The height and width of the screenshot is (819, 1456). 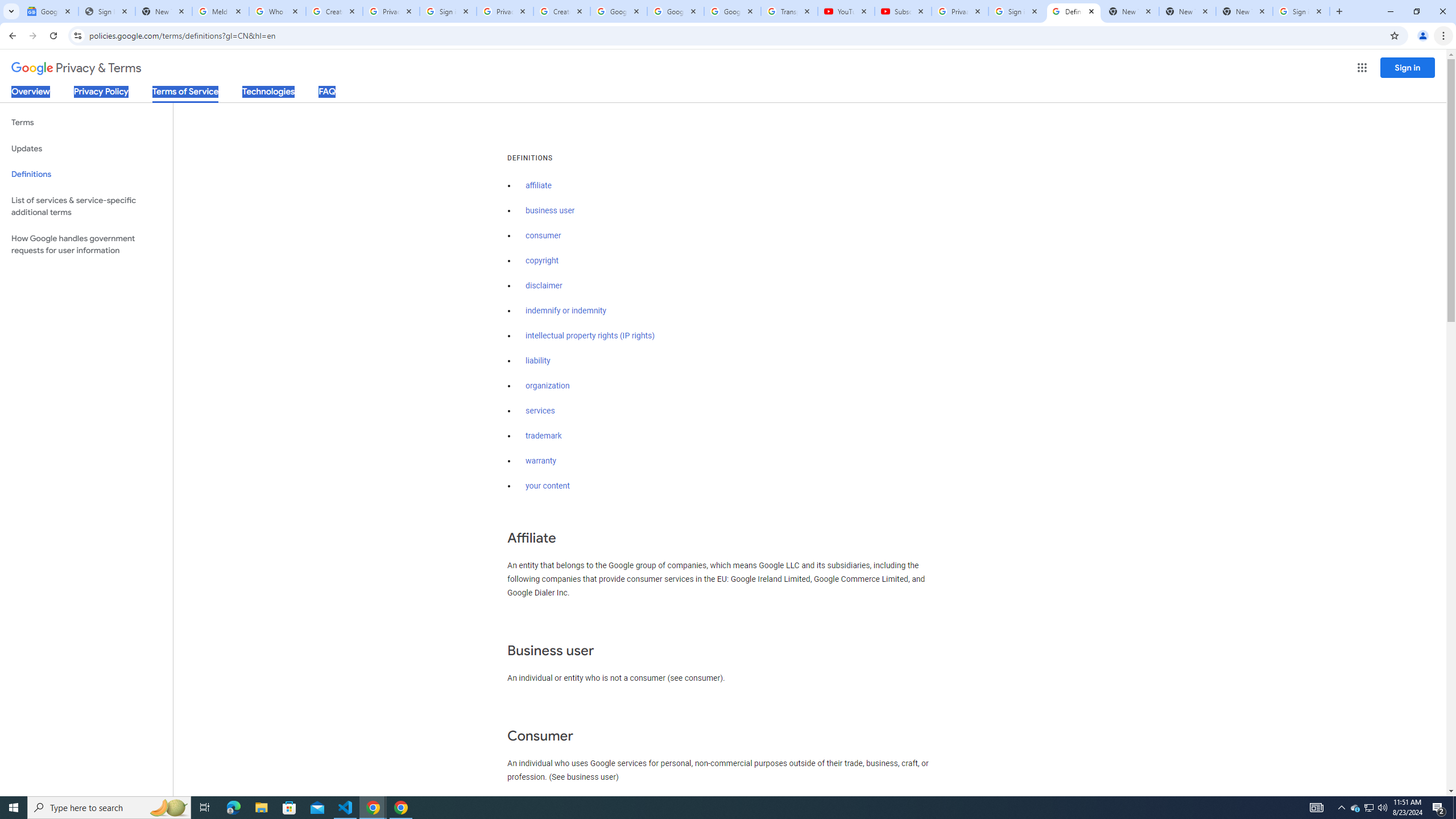 What do you see at coordinates (732, 11) in the screenshot?
I see `'Google Account'` at bounding box center [732, 11].